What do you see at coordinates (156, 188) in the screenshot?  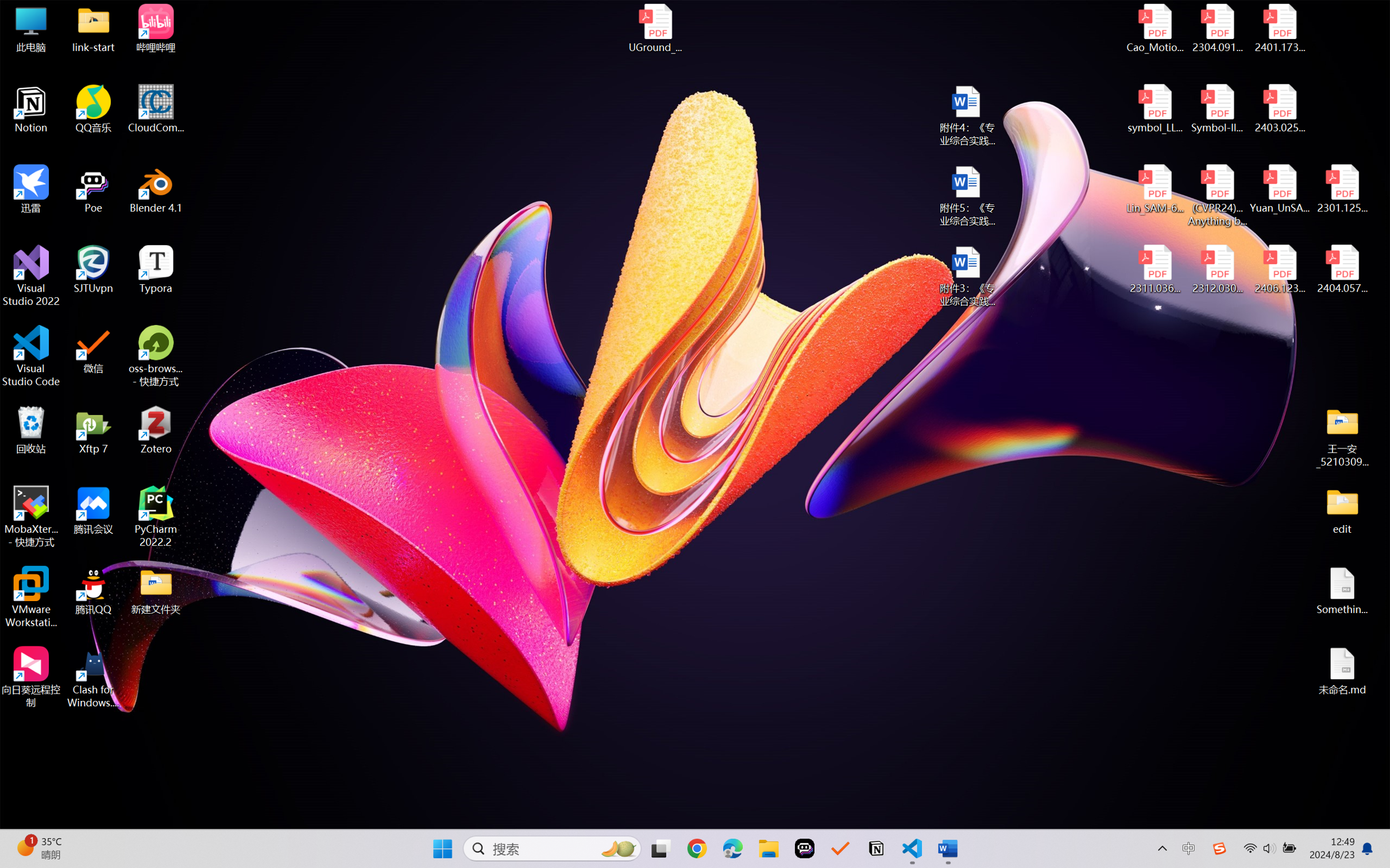 I see `'Blender 4.1'` at bounding box center [156, 188].